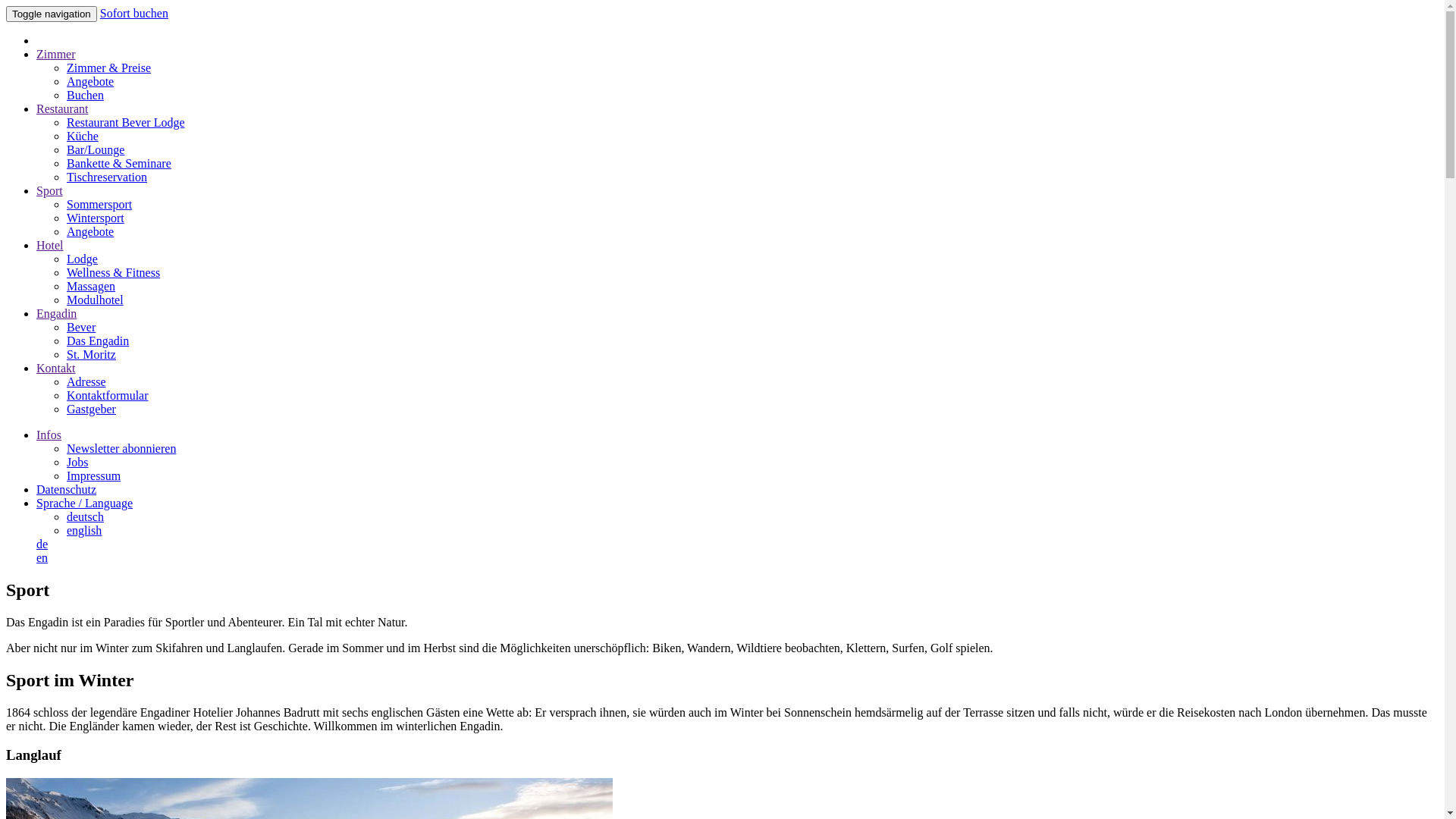 The height and width of the screenshot is (819, 1456). What do you see at coordinates (90, 286) in the screenshot?
I see `'Massagen'` at bounding box center [90, 286].